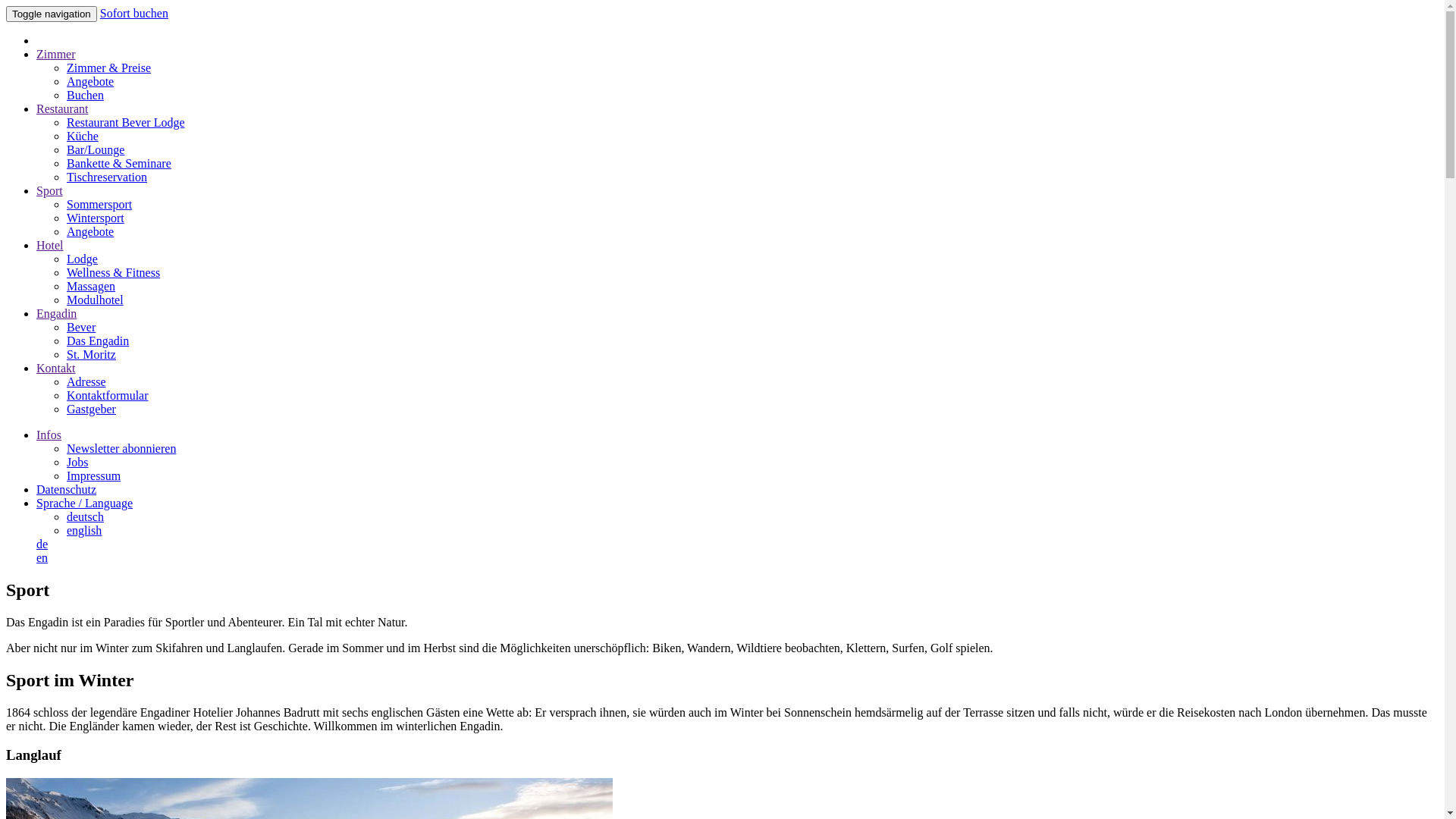 The height and width of the screenshot is (819, 1456). What do you see at coordinates (90, 286) in the screenshot?
I see `'Massagen'` at bounding box center [90, 286].